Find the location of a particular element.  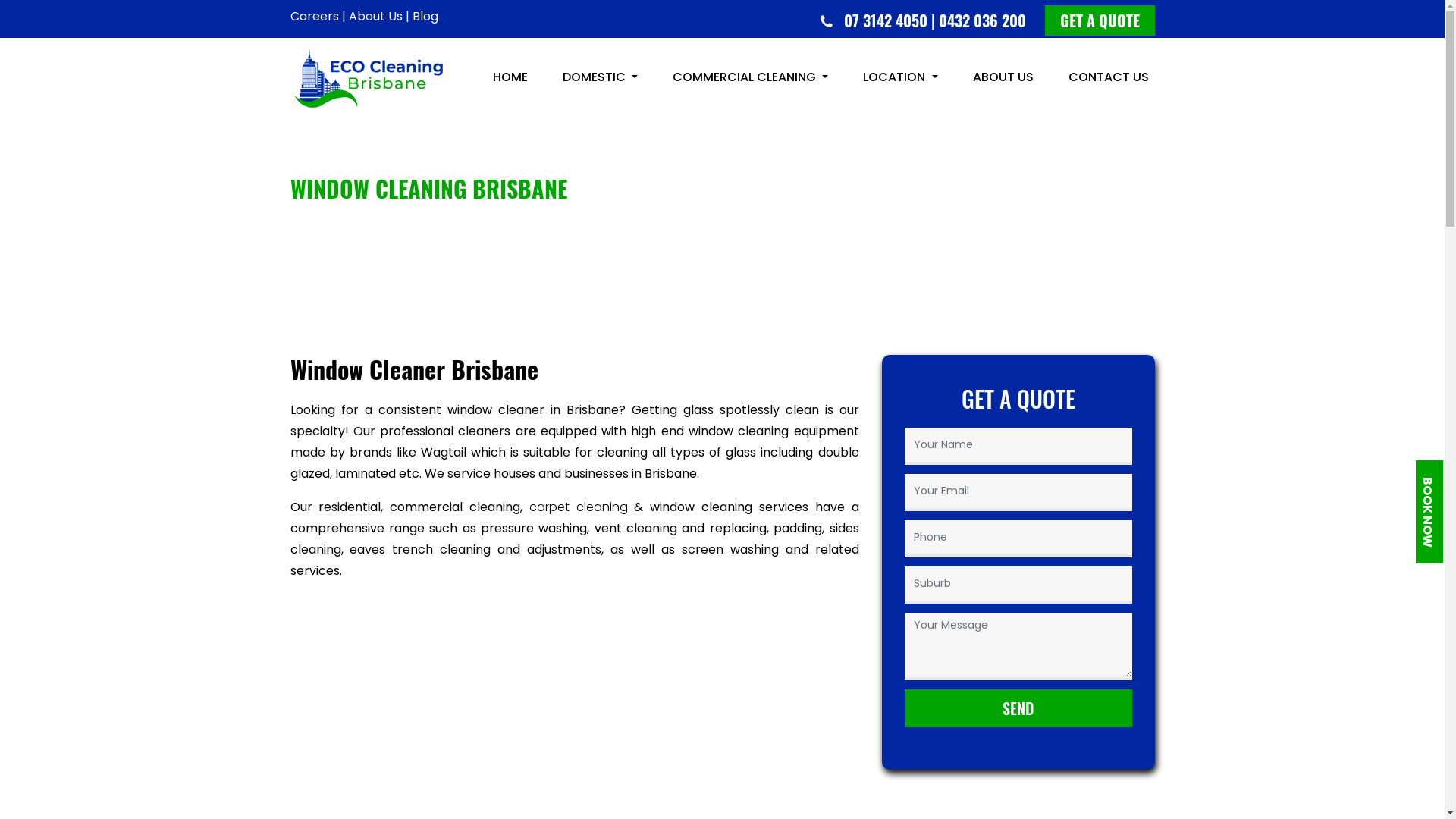

'CONTACT US' is located at coordinates (1107, 77).